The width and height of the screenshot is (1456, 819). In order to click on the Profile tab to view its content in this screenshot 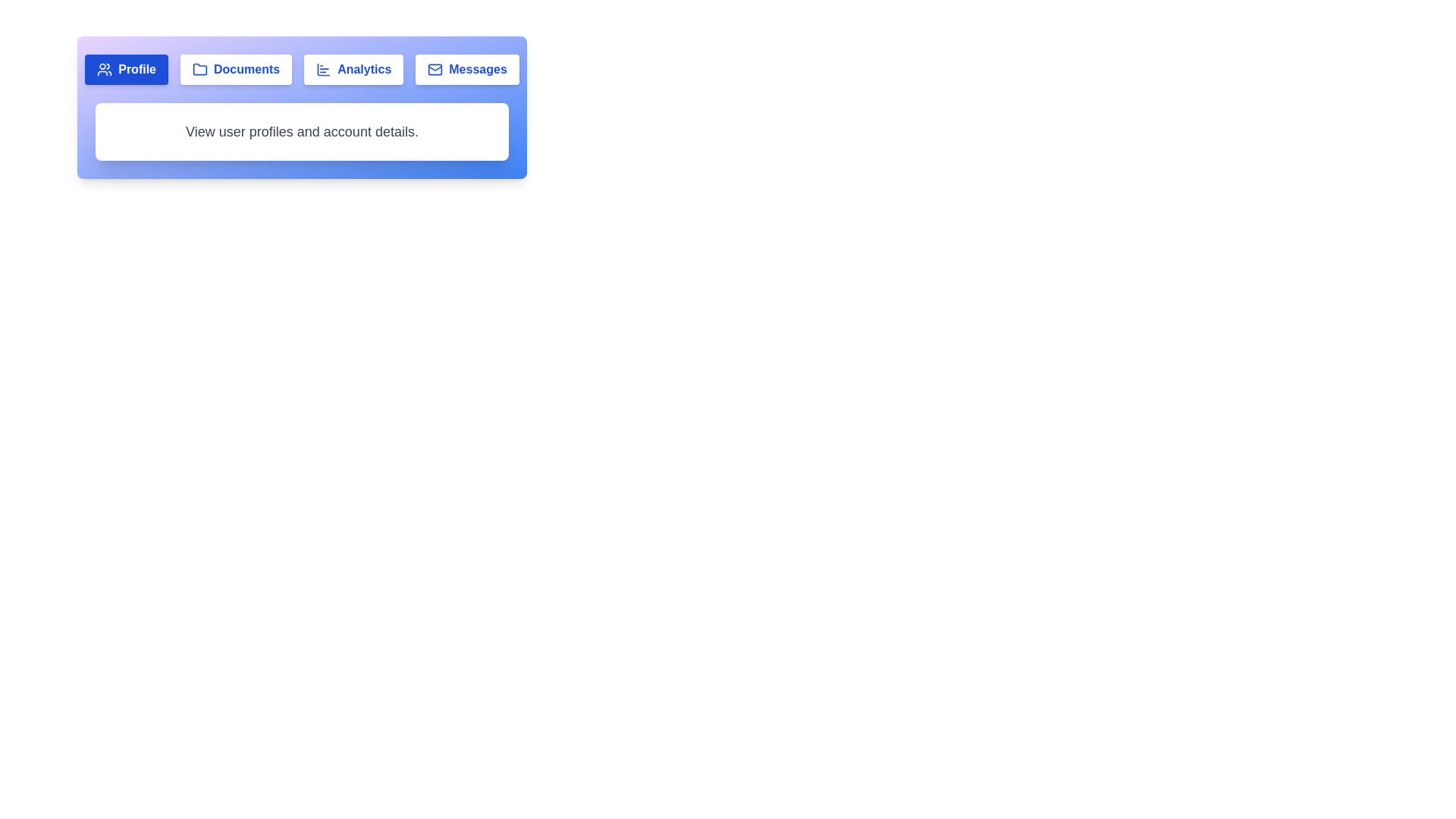, I will do `click(127, 70)`.